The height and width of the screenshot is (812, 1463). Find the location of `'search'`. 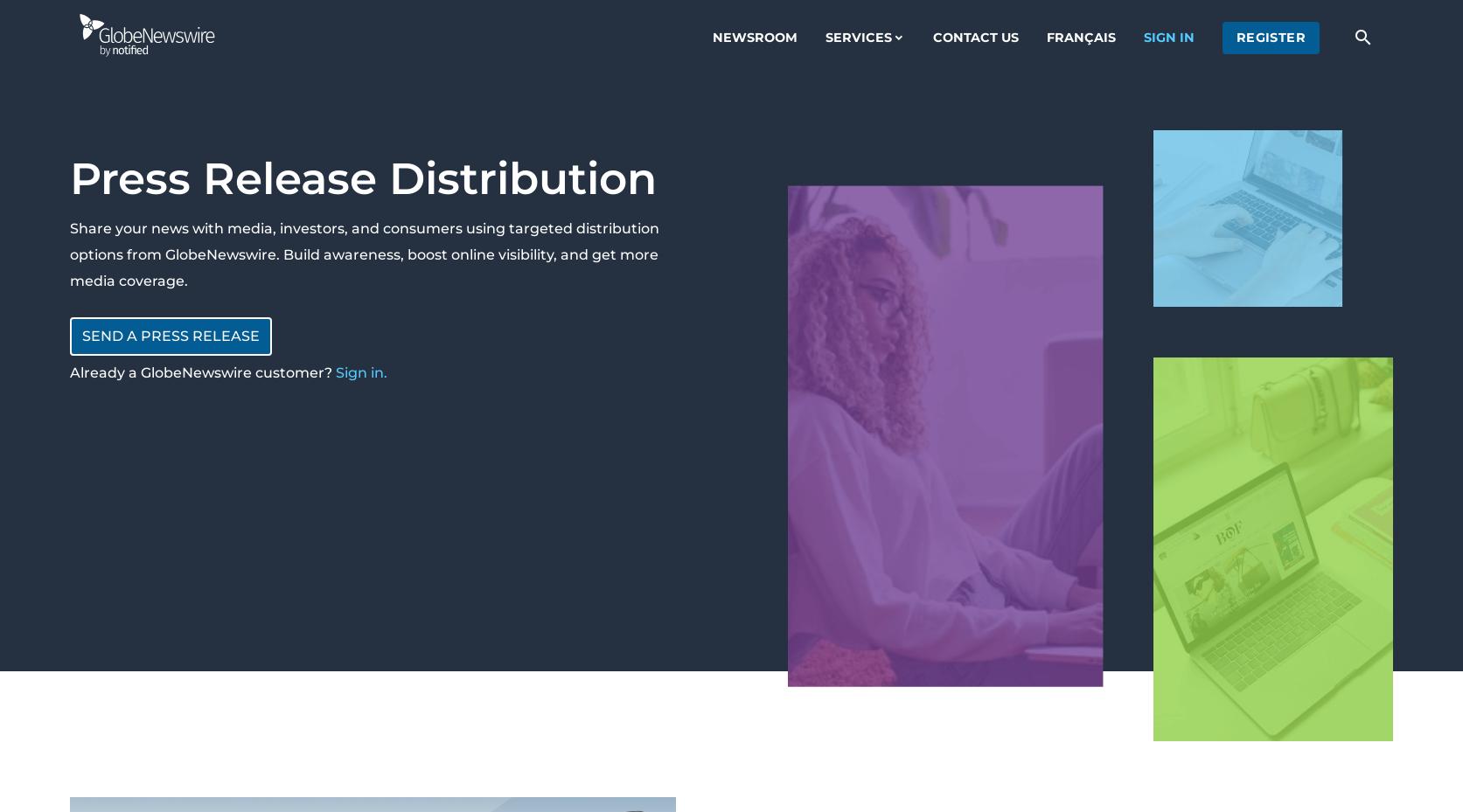

'search' is located at coordinates (1362, 35).